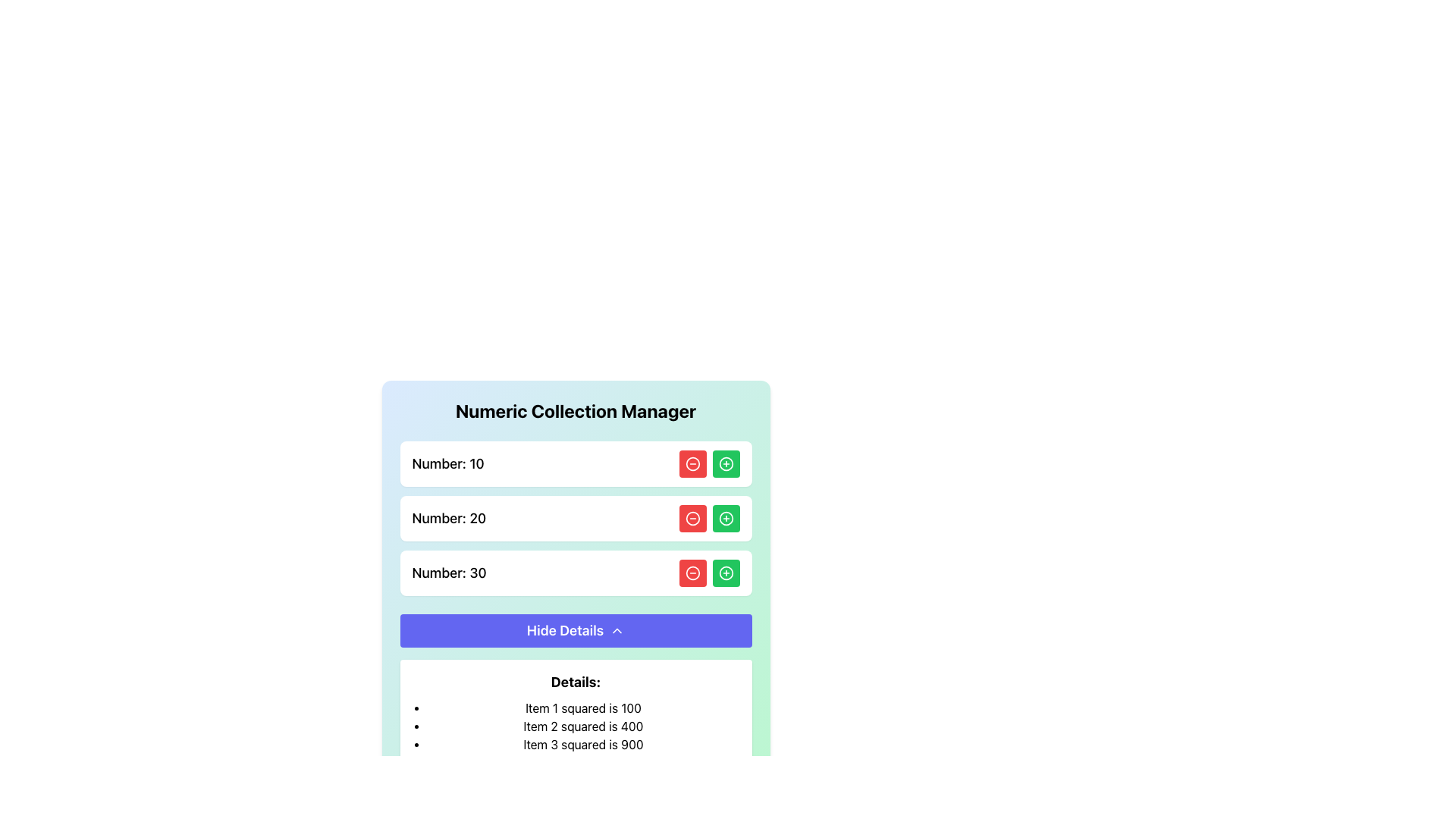  Describe the element at coordinates (582, 708) in the screenshot. I see `numerical result displayed in the first bullet-point list item under the 'Details:' section, which shows the square of the number 10` at that location.